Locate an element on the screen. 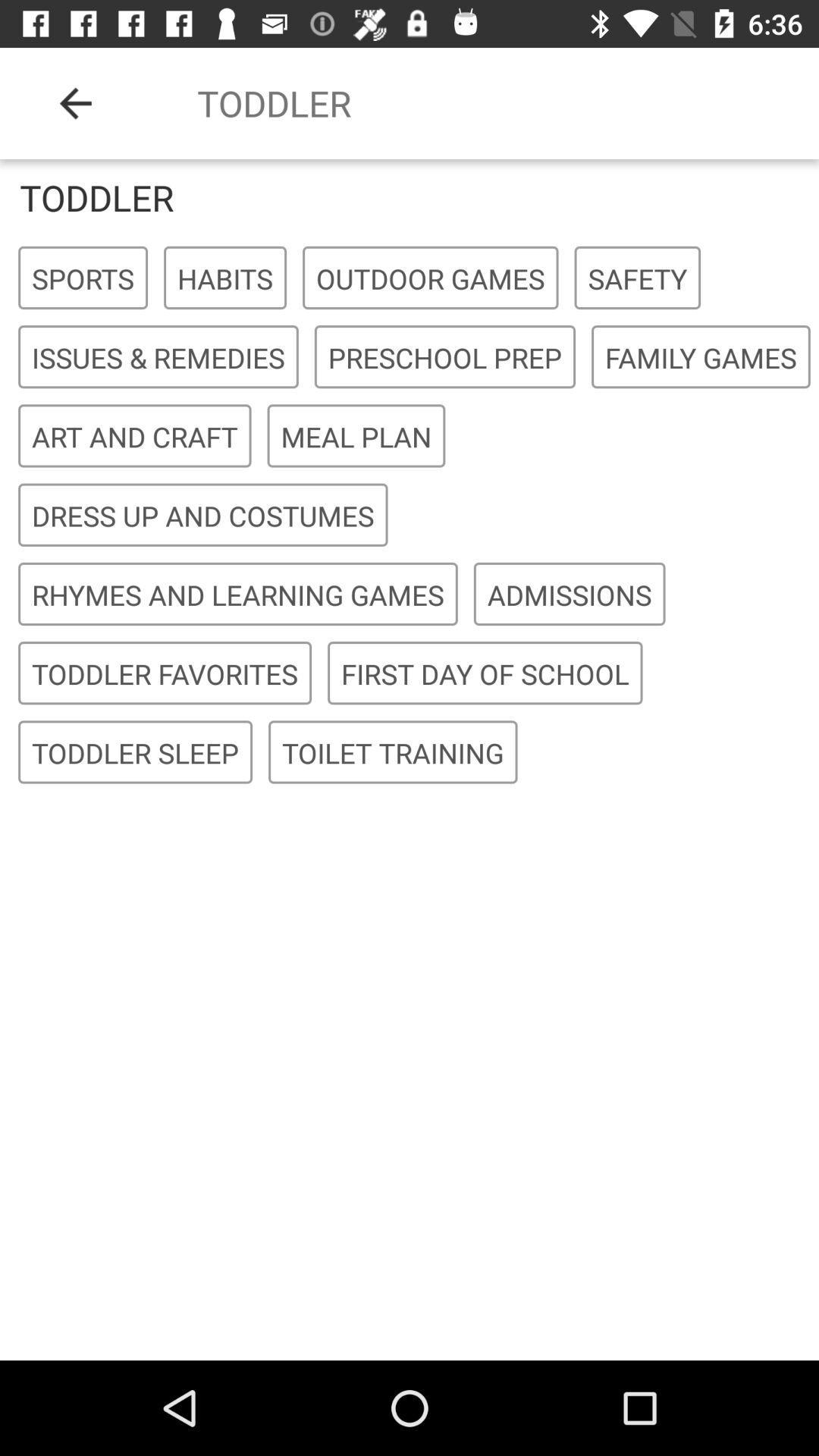 The height and width of the screenshot is (1456, 819). outdoor games is located at coordinates (430, 278).